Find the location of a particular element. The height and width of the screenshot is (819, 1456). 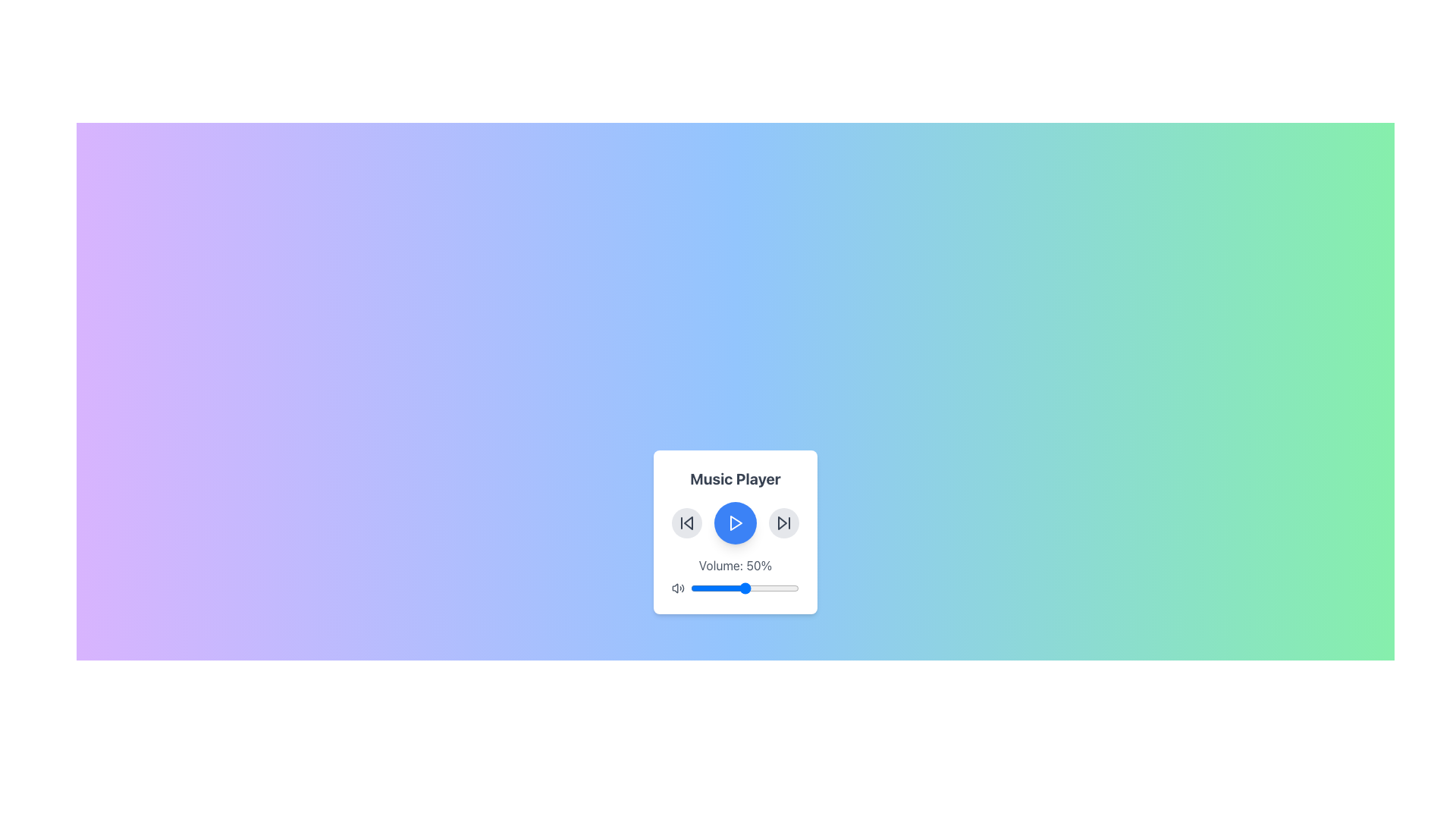

volume level is located at coordinates (758, 587).